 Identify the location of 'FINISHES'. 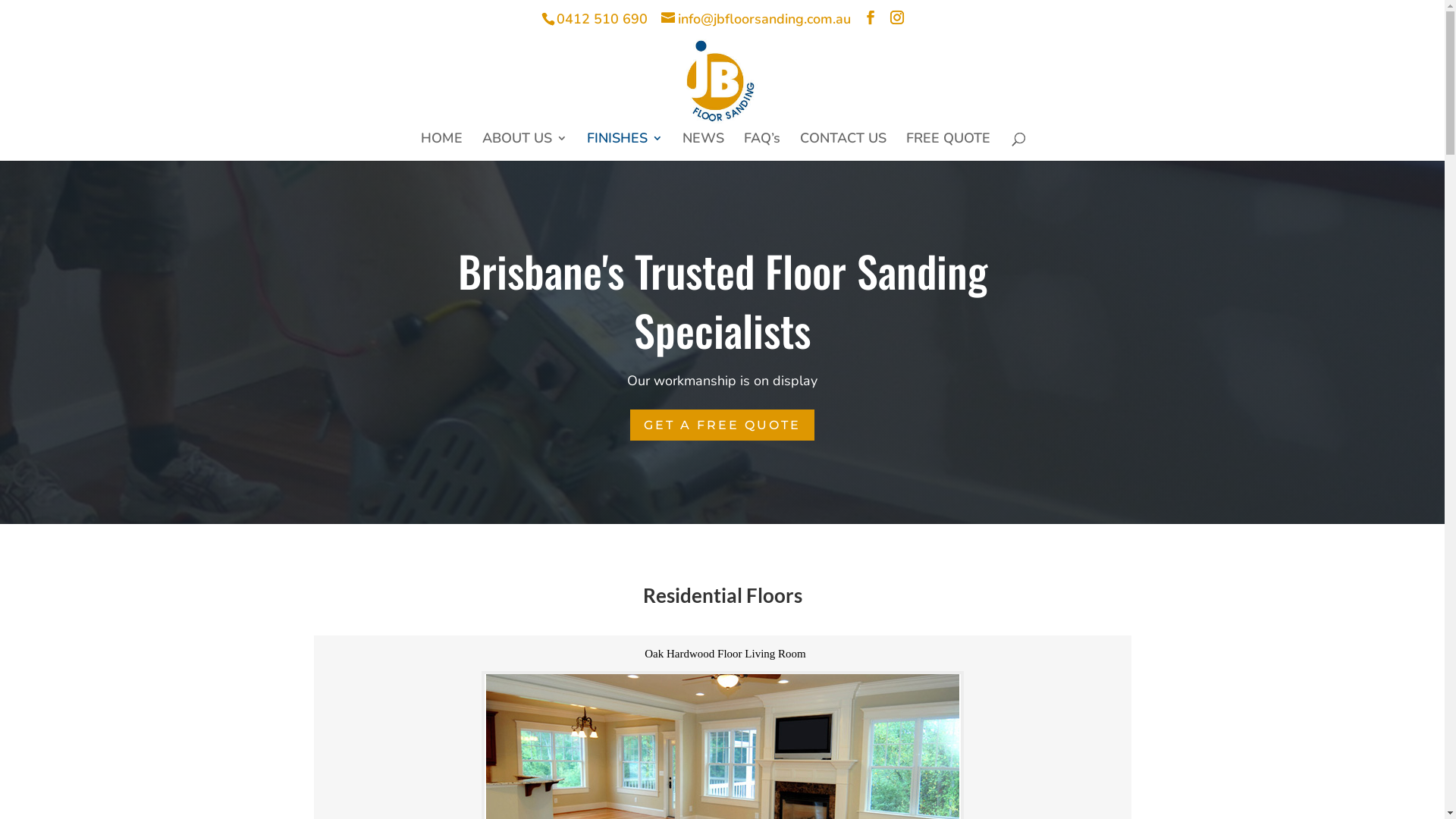
(625, 146).